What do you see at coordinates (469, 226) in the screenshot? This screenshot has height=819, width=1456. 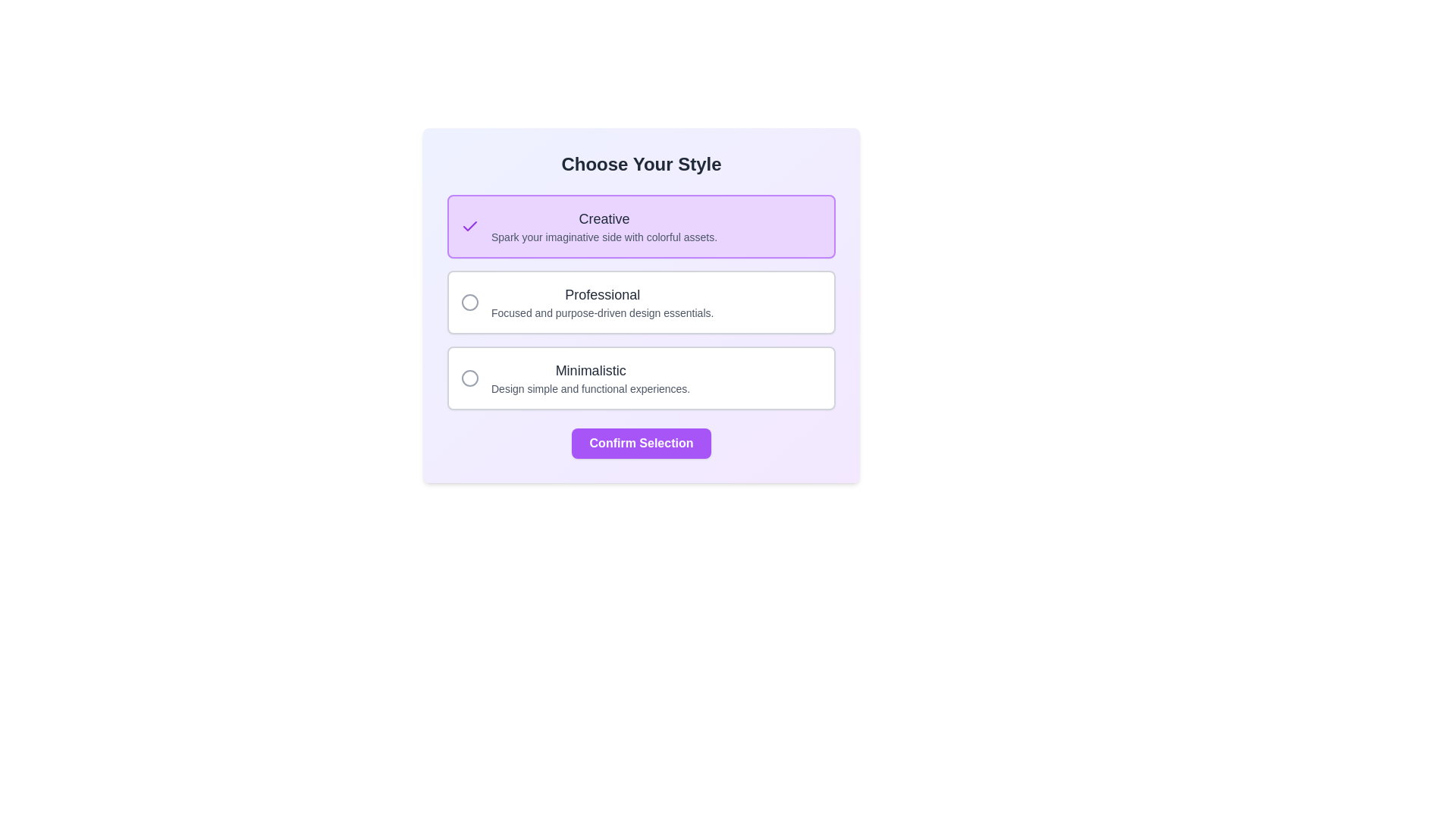 I see `the triangular checkmark graphic with a purple stroke located in the upper-left side of the 'Creative' option in the selection interface` at bounding box center [469, 226].